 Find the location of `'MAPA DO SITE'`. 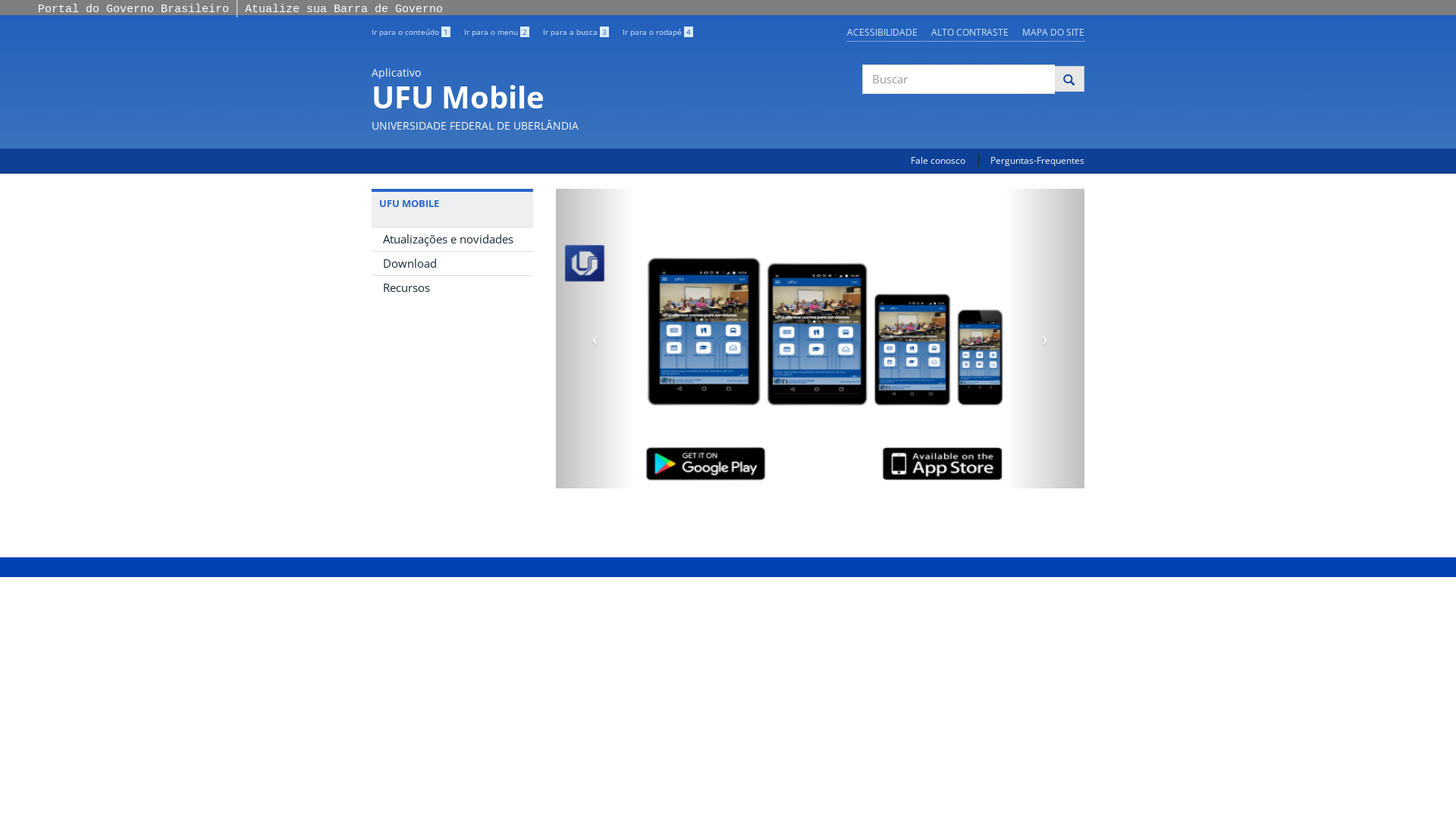

'MAPA DO SITE' is located at coordinates (1052, 32).